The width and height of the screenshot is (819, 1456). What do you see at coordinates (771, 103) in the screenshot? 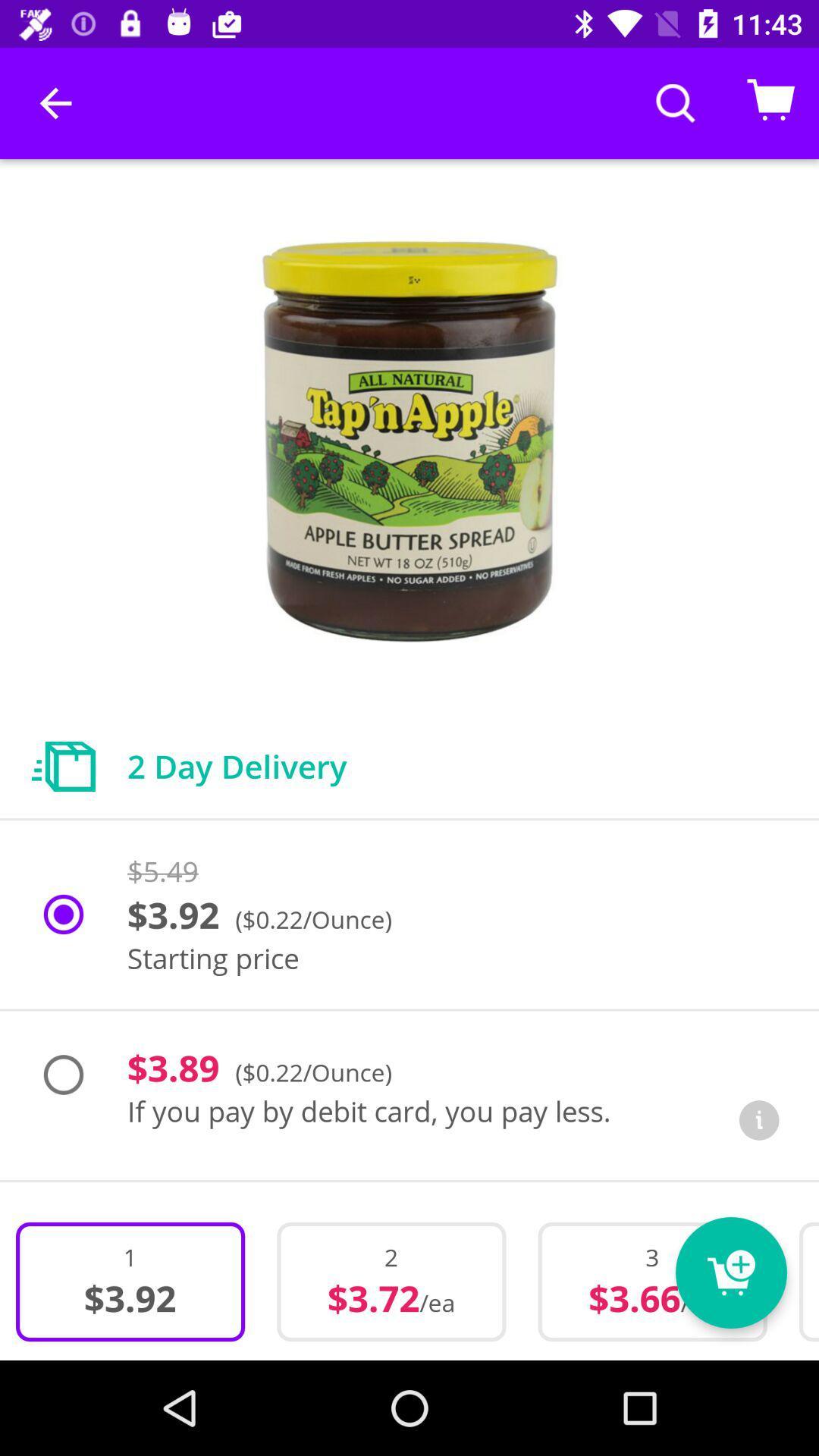
I see `the option add to cart from top right` at bounding box center [771, 103].